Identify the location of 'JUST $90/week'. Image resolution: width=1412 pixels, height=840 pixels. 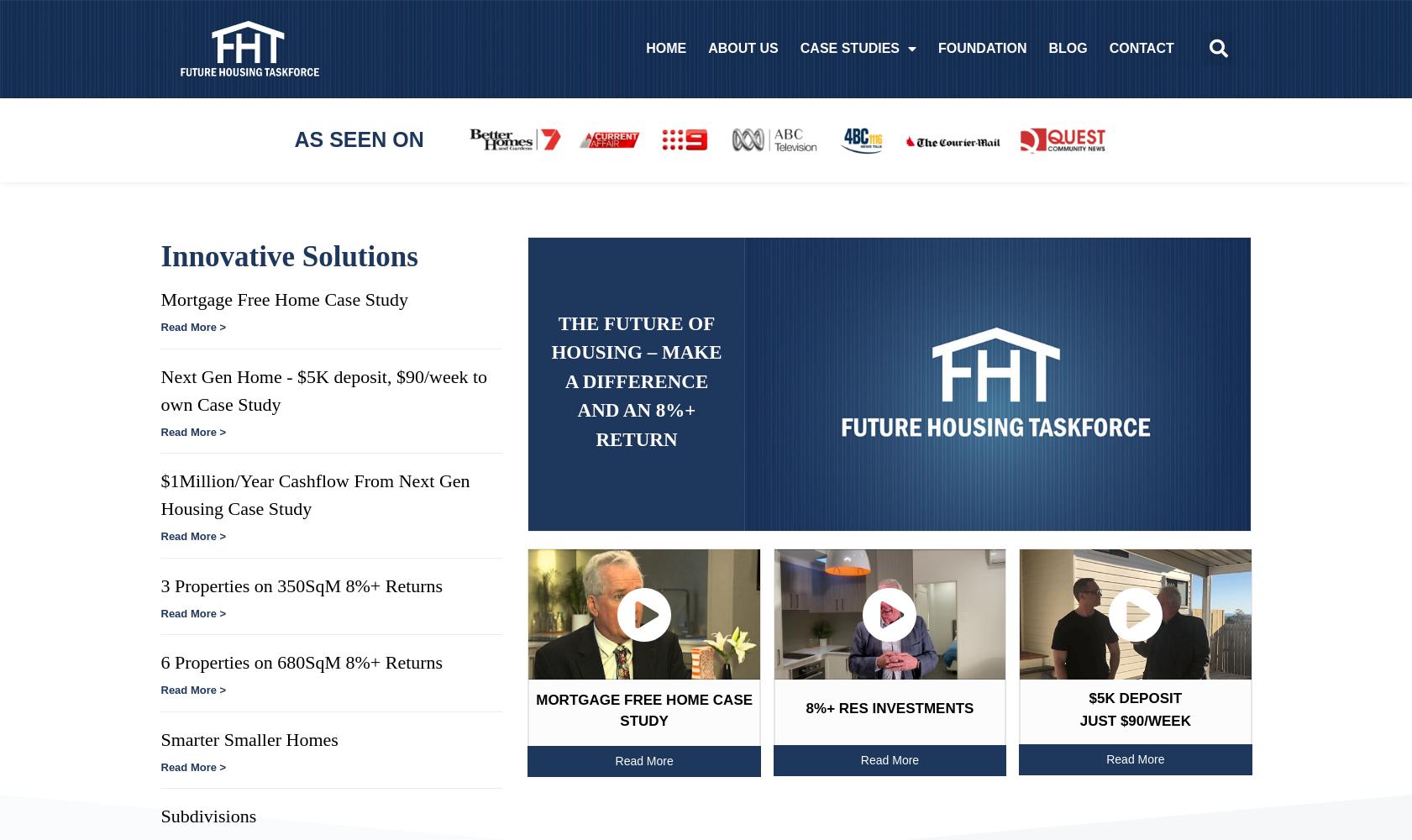
(1135, 720).